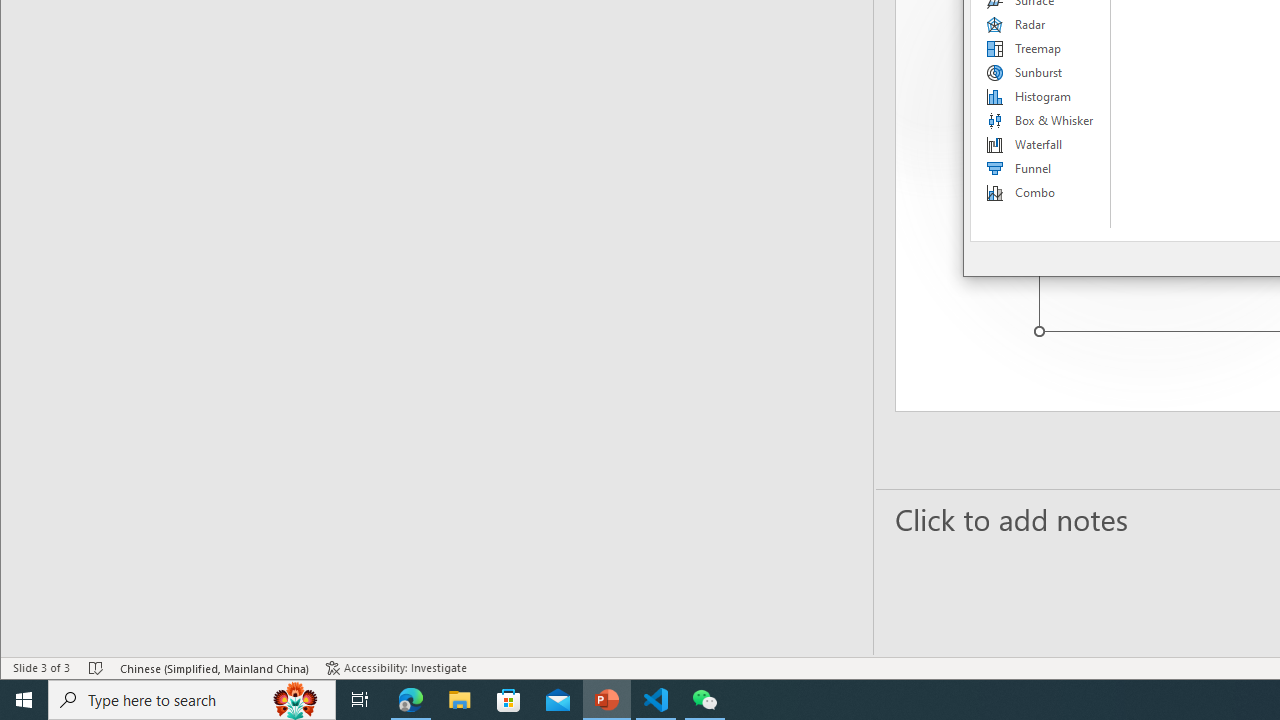  Describe the element at coordinates (1040, 192) in the screenshot. I see `'Combo'` at that location.